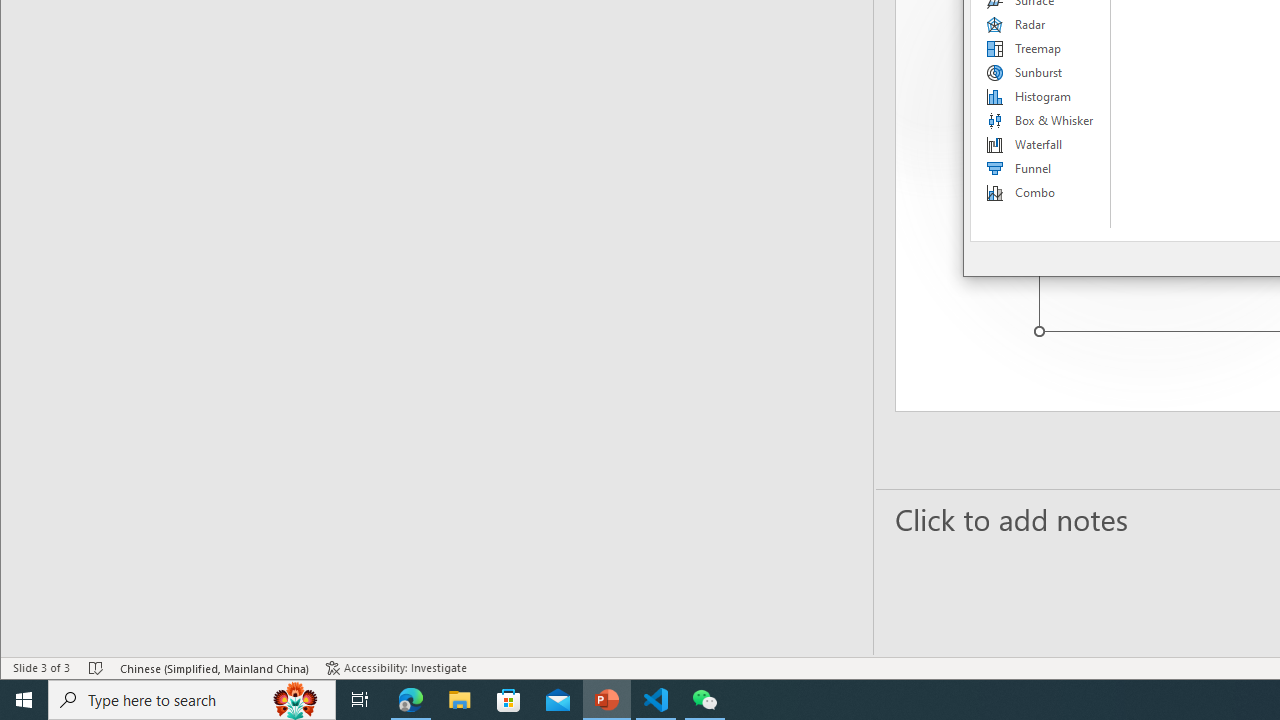  Describe the element at coordinates (1040, 192) in the screenshot. I see `'Combo'` at that location.